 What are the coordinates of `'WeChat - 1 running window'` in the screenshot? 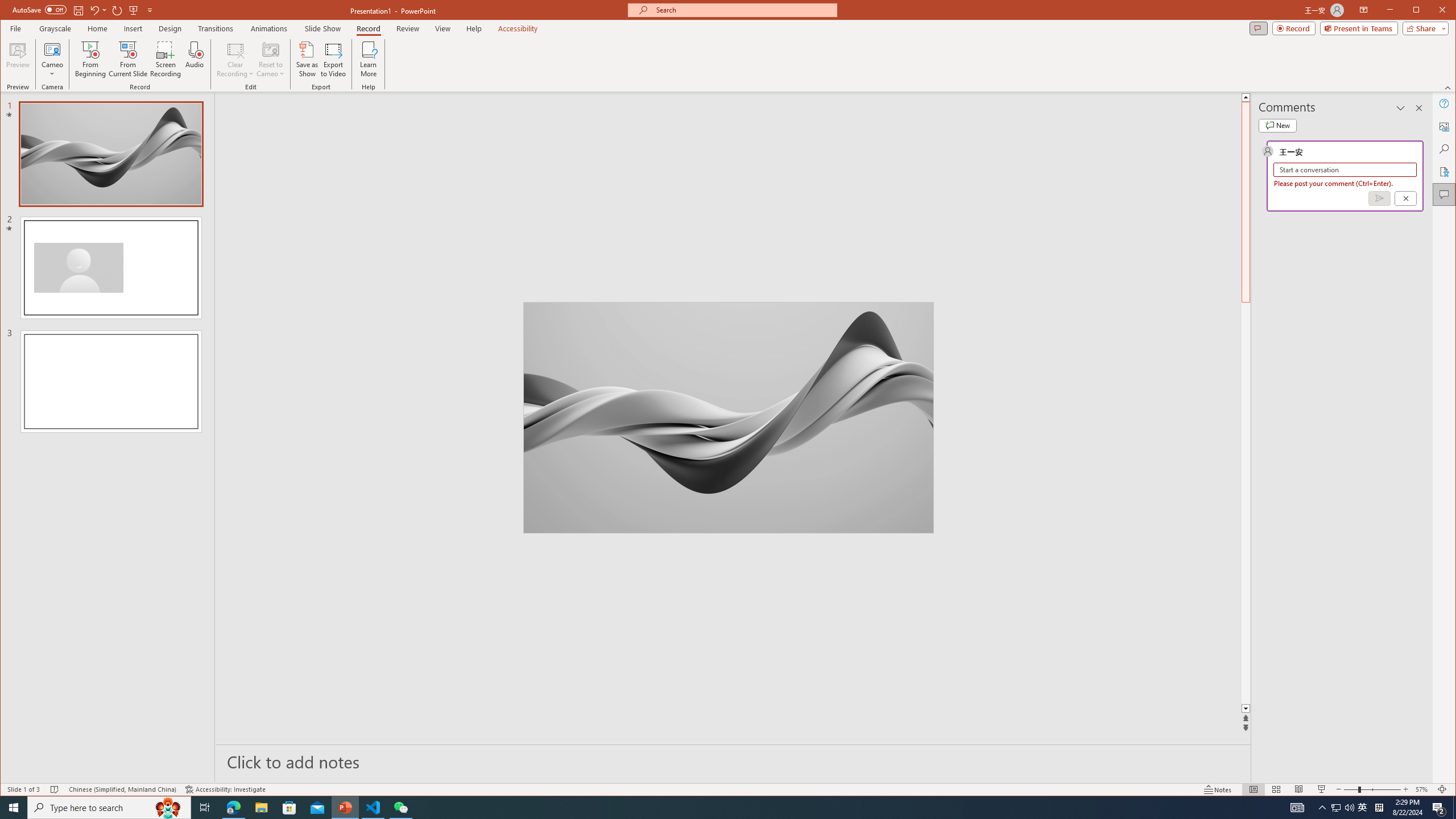 It's located at (401, 806).